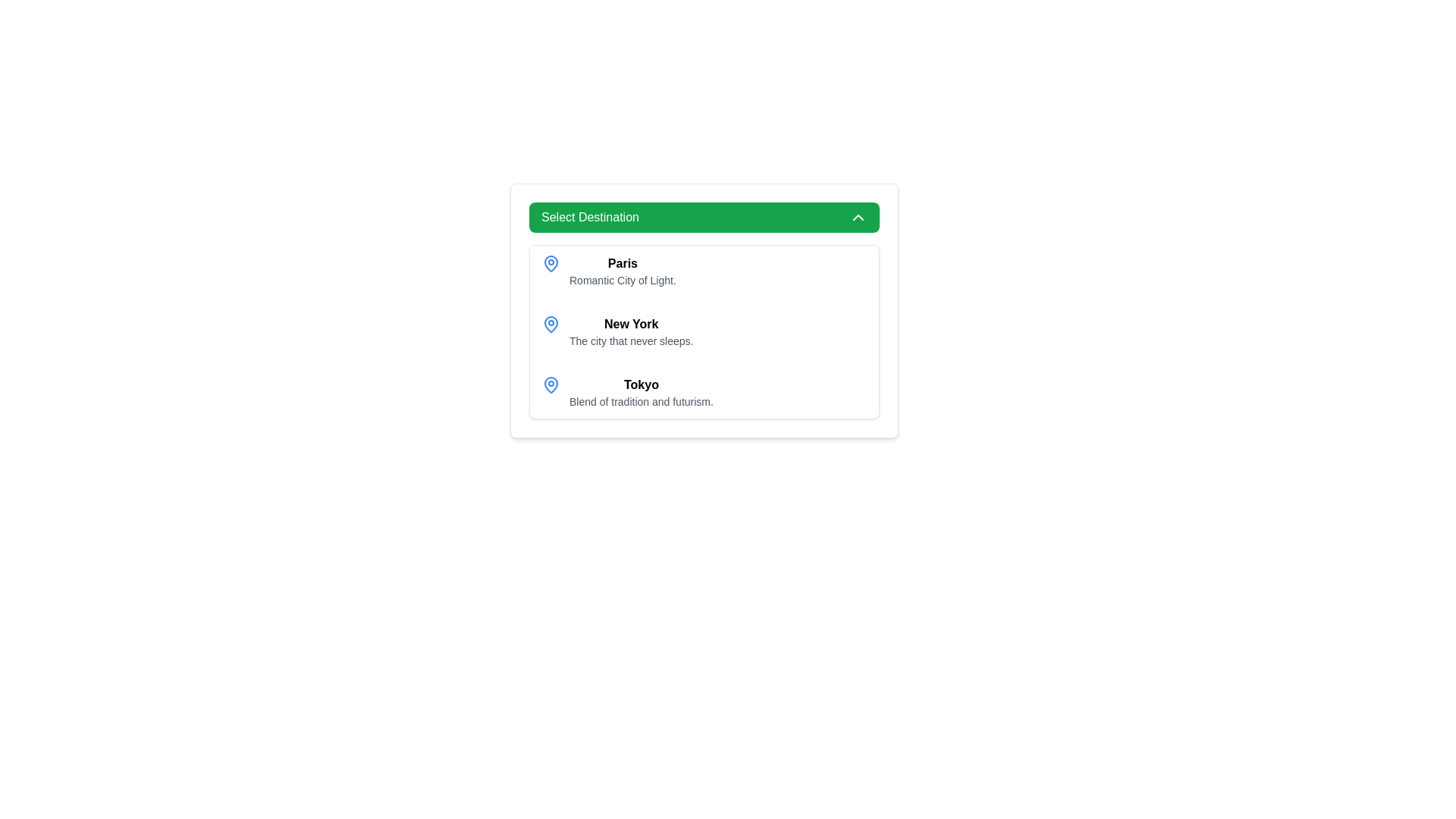  Describe the element at coordinates (704, 331) in the screenshot. I see `the second list item that describes the city of New York, positioned between 'Paris' and 'Tokyo' in a vertical list` at that location.